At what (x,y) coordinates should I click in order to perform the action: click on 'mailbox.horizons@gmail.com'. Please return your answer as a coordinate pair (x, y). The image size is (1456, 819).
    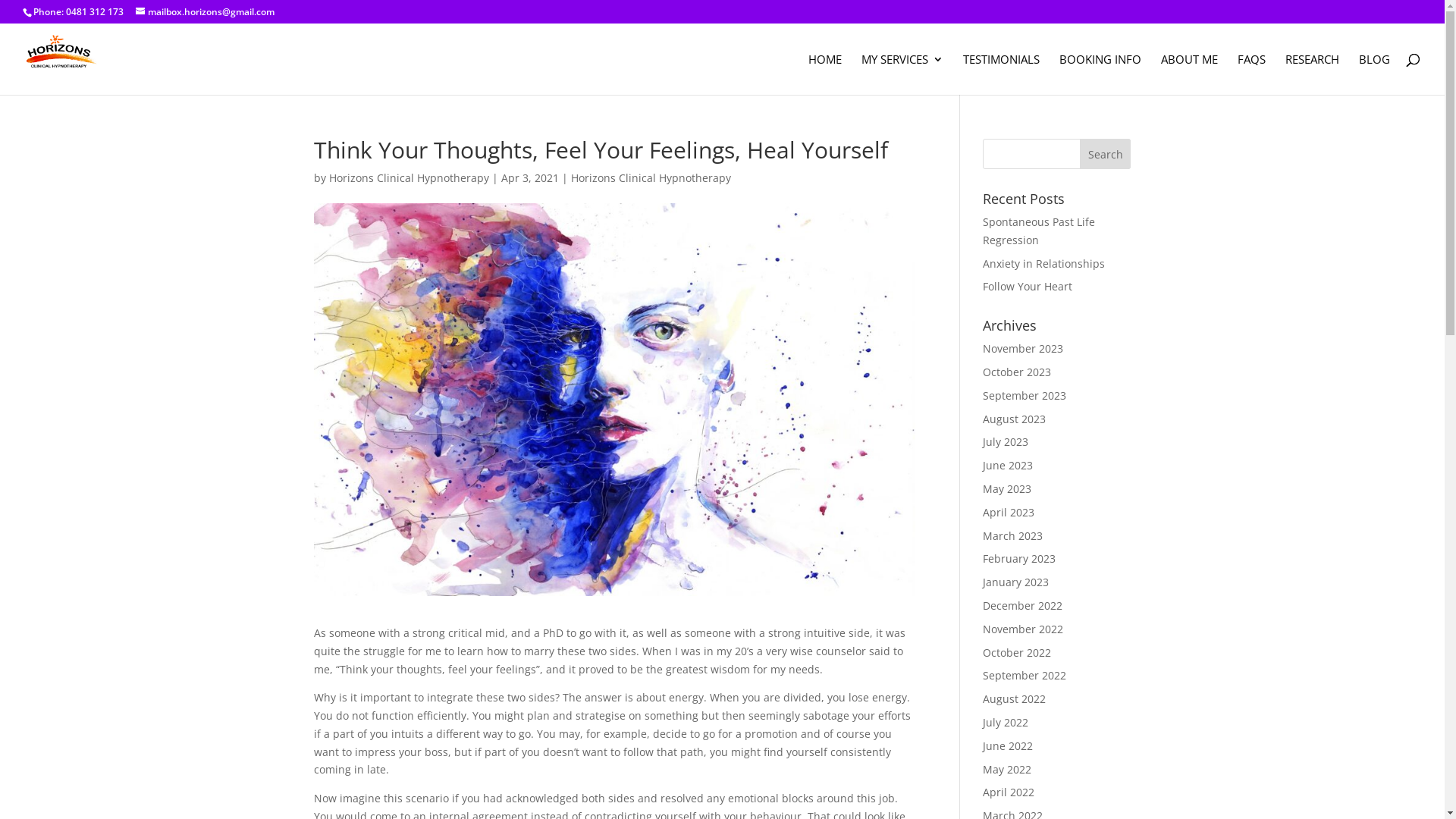
    Looking at the image, I should click on (135, 11).